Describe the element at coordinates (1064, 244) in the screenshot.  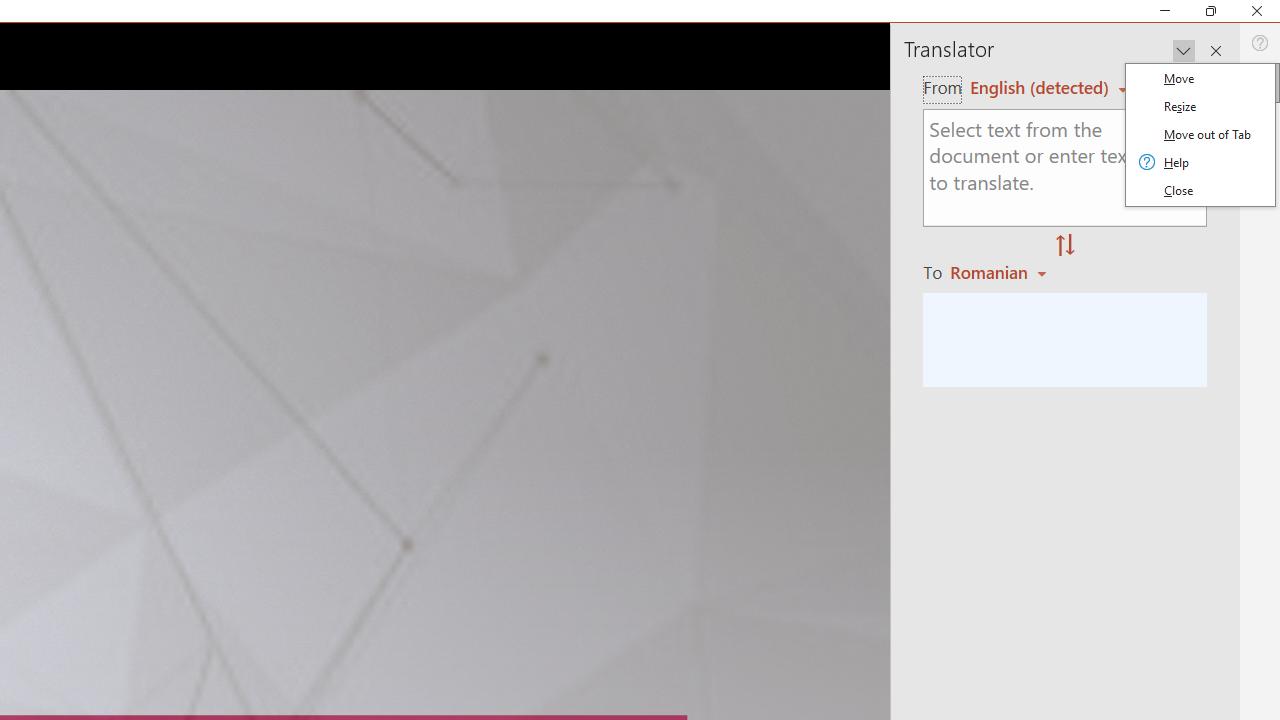
I see `'Swap "from" and "to" languages.'` at that location.